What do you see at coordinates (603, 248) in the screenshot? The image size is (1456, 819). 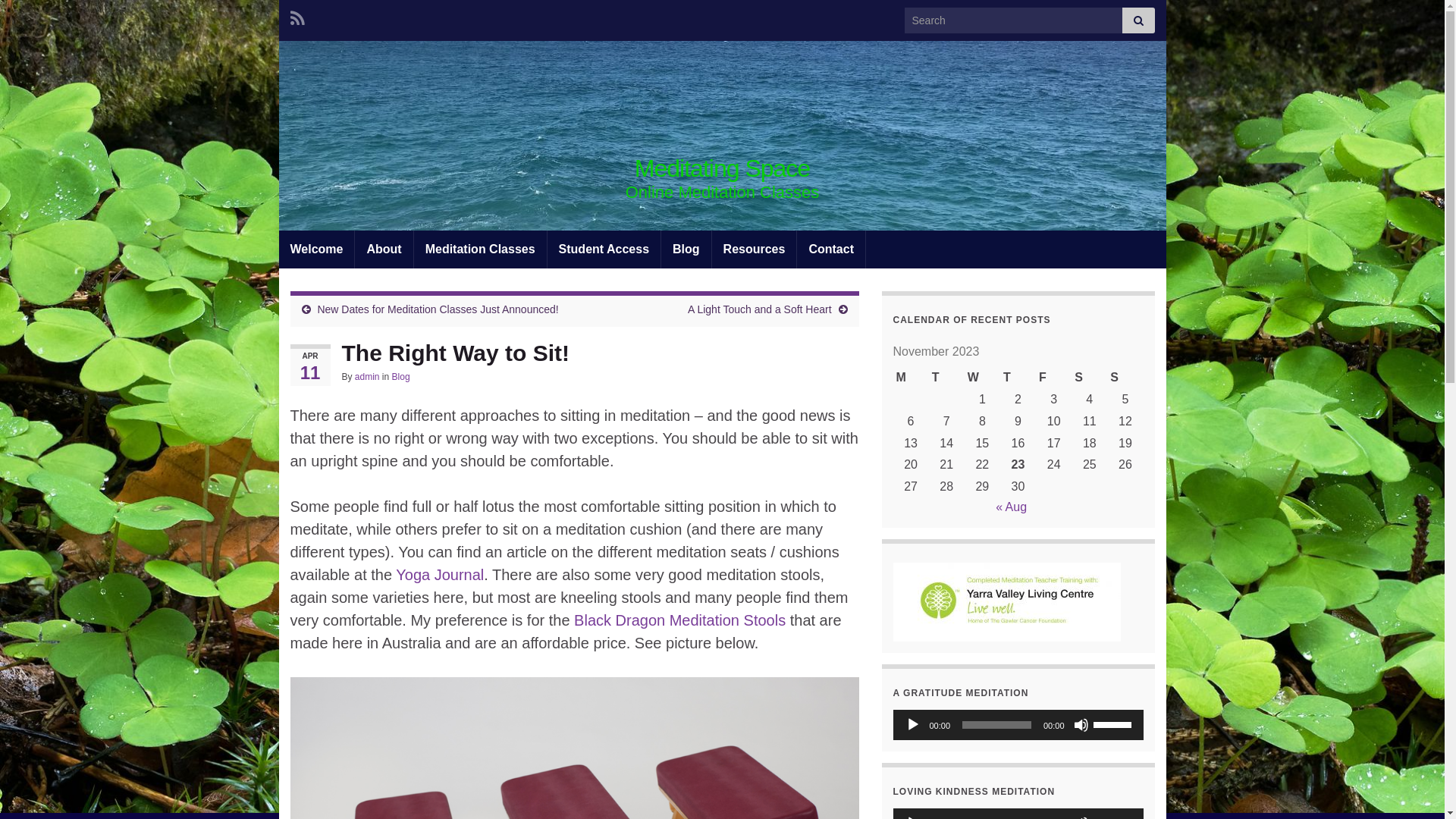 I see `'Student Access'` at bounding box center [603, 248].